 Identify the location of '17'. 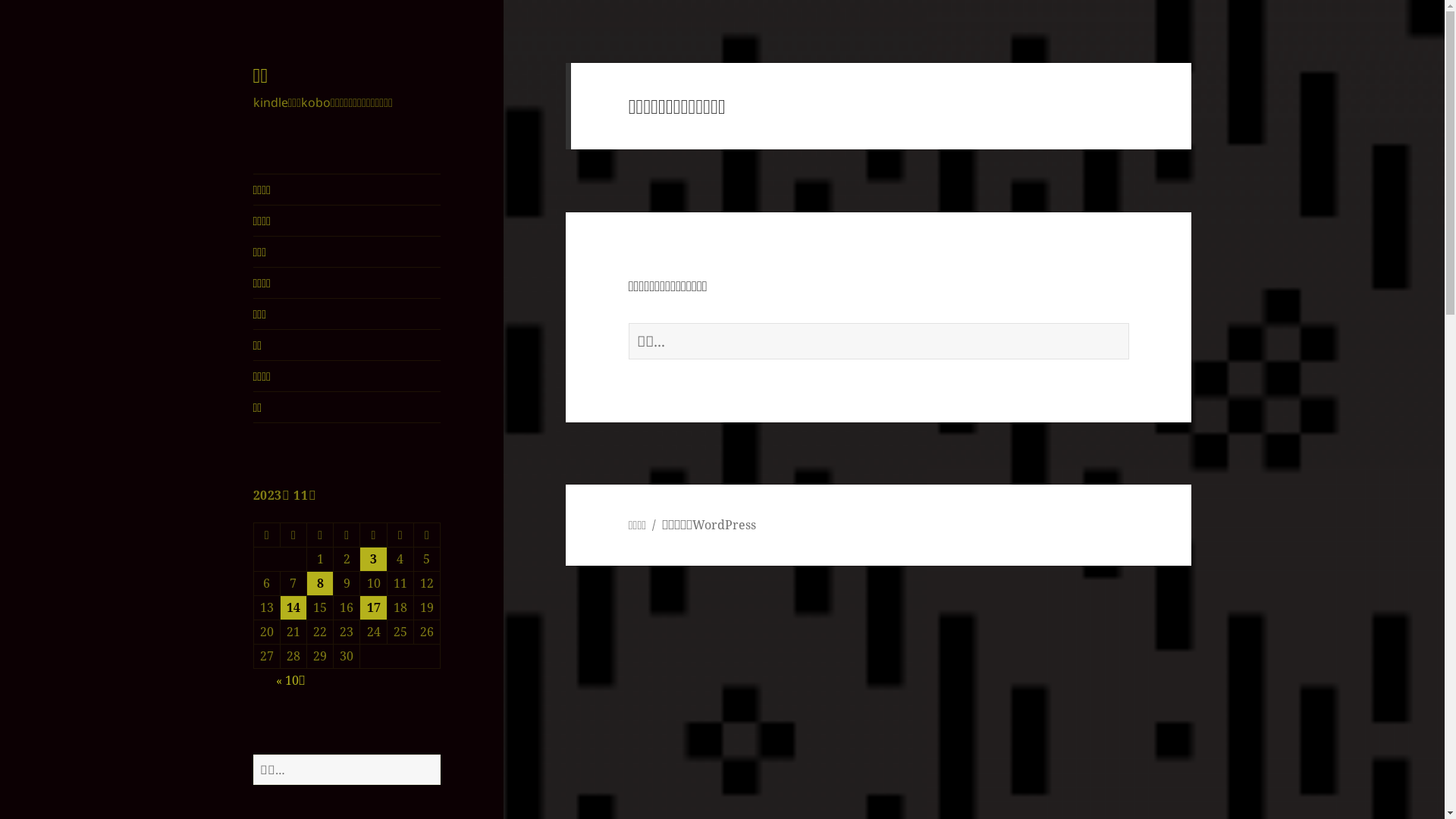
(372, 607).